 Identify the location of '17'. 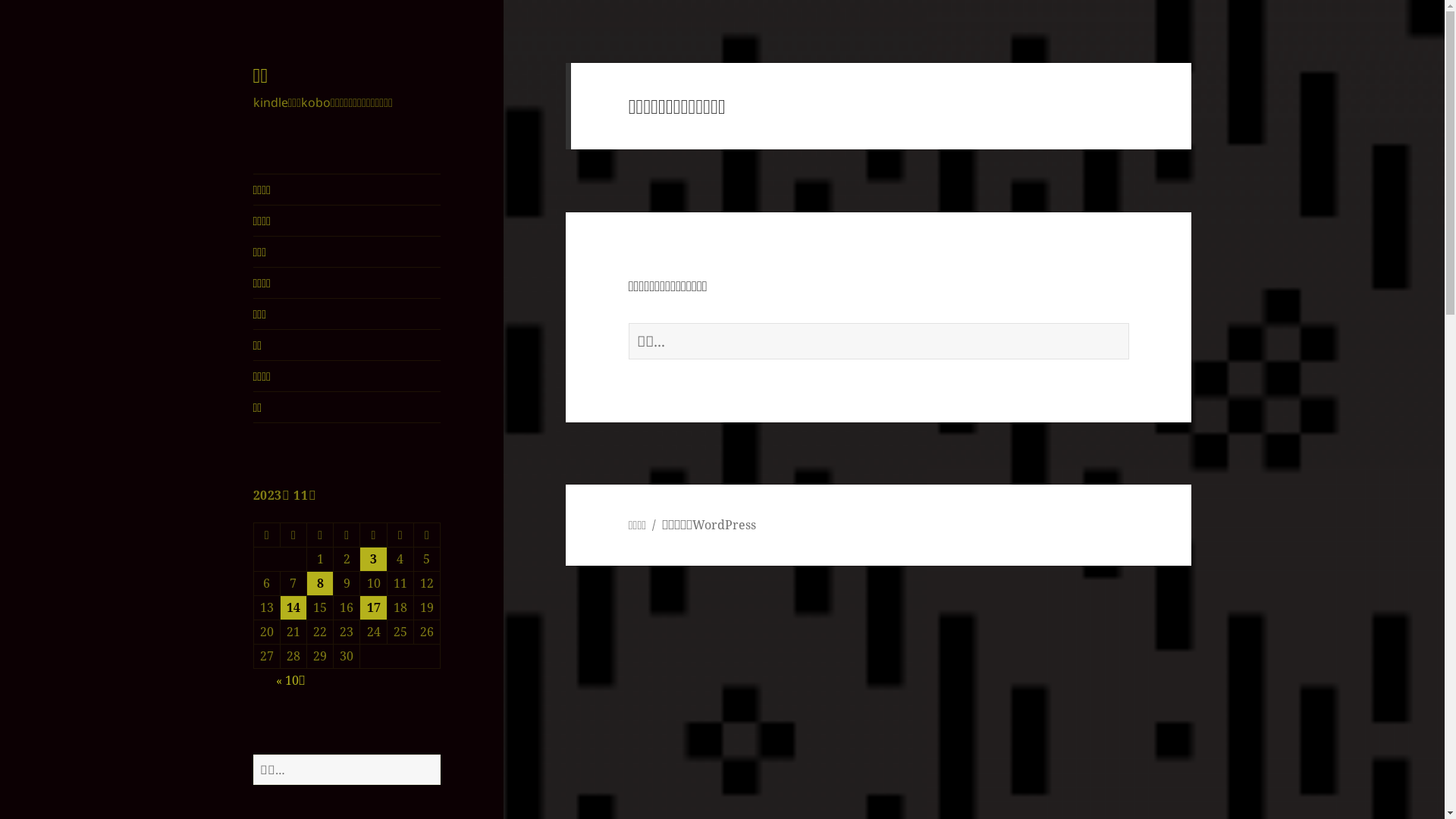
(372, 607).